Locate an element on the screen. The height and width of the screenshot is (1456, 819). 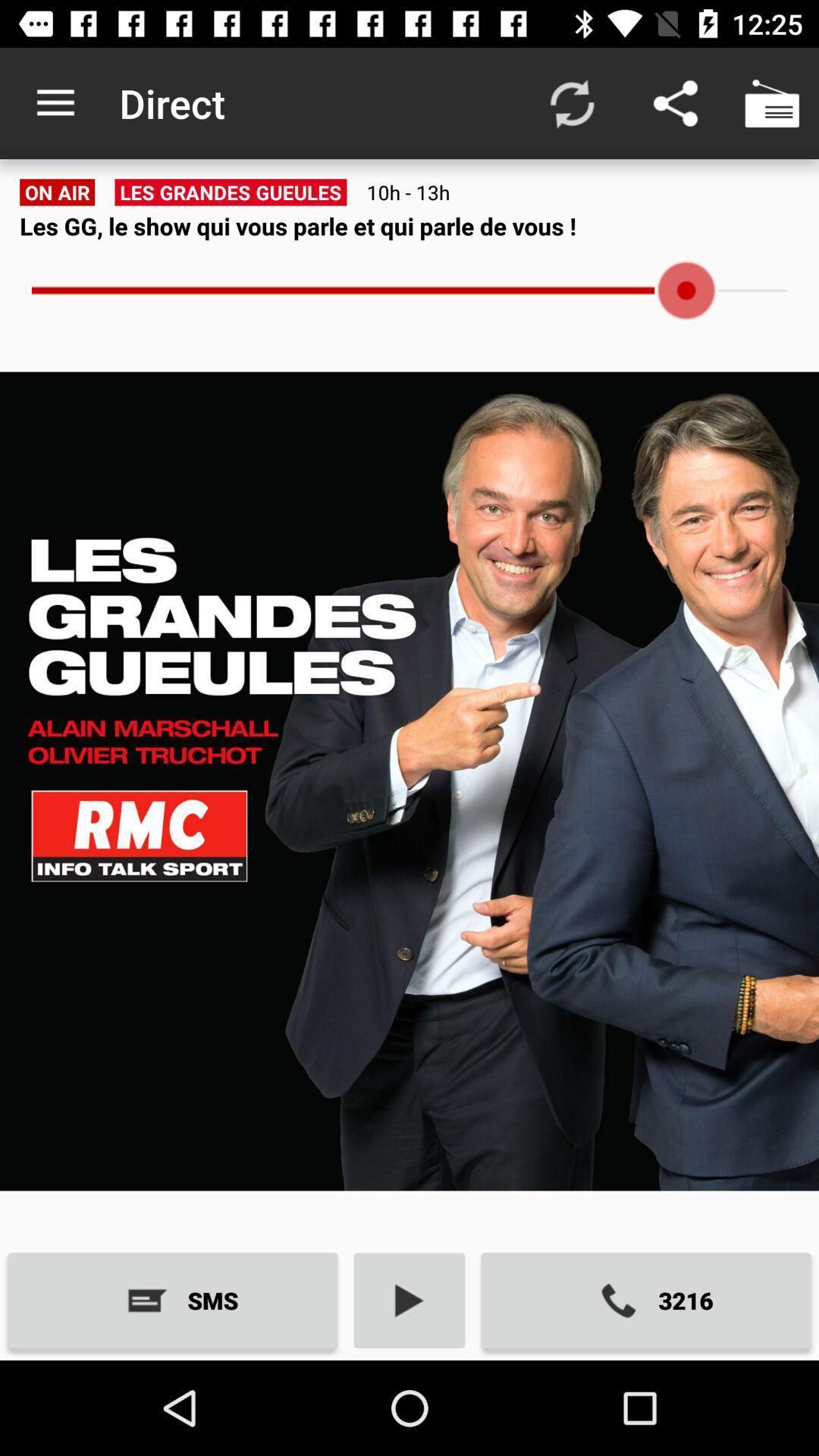
the 3216 at the bottom right corner is located at coordinates (646, 1300).